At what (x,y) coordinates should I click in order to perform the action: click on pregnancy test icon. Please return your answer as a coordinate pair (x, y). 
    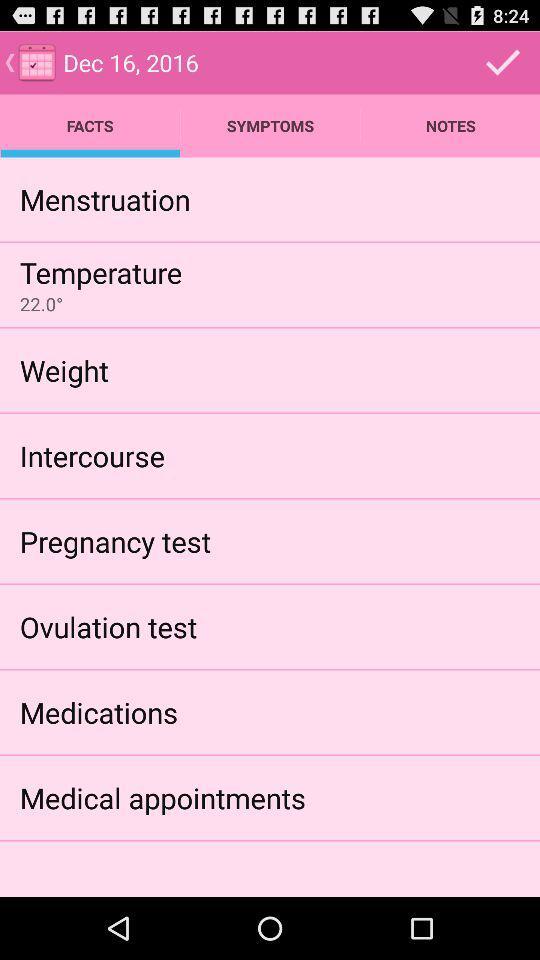
    Looking at the image, I should click on (115, 541).